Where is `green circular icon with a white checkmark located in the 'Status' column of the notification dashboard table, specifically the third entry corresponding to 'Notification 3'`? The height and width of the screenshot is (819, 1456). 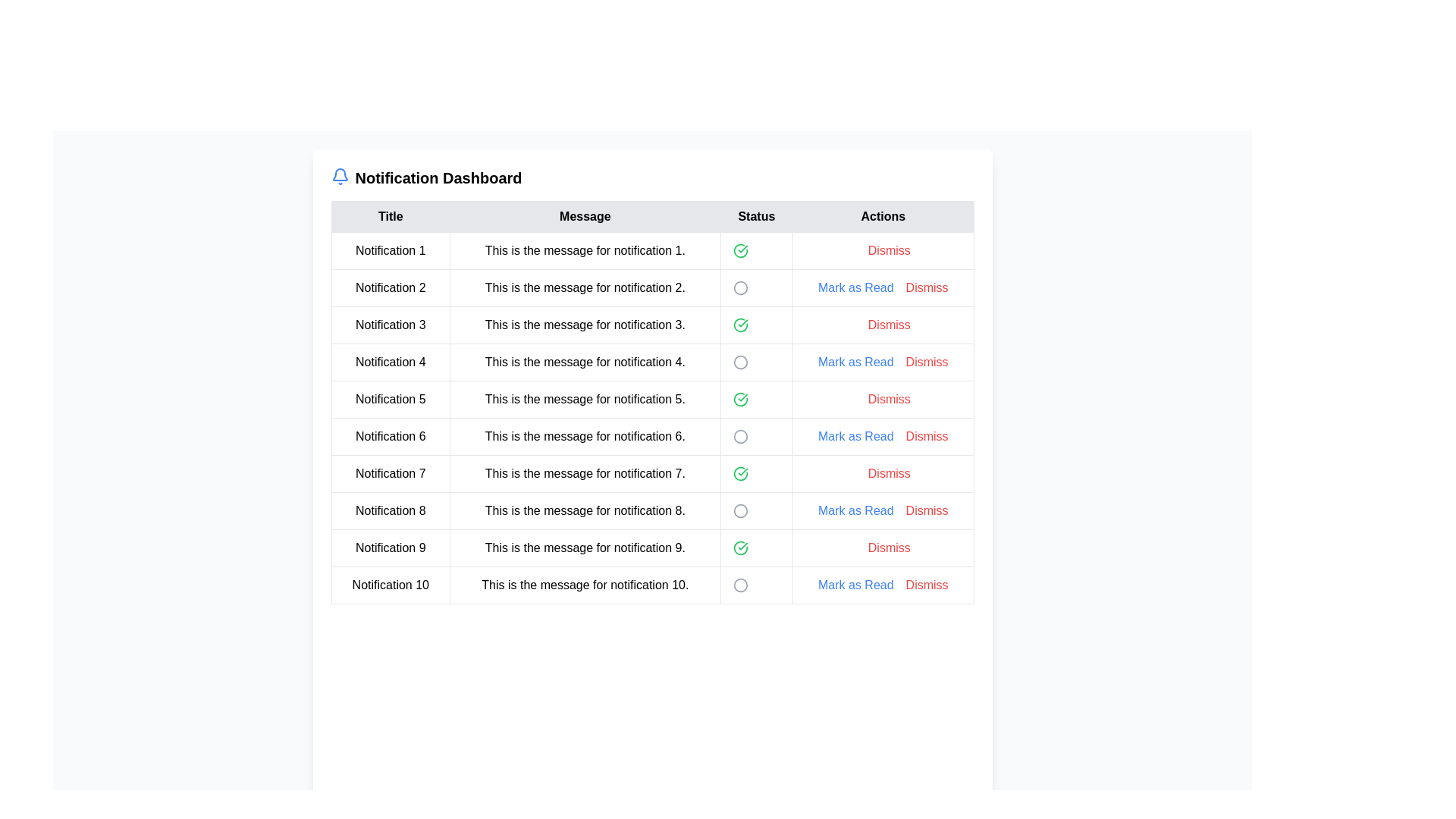
green circular icon with a white checkmark located in the 'Status' column of the notification dashboard table, specifically the third entry corresponding to 'Notification 3' is located at coordinates (756, 324).